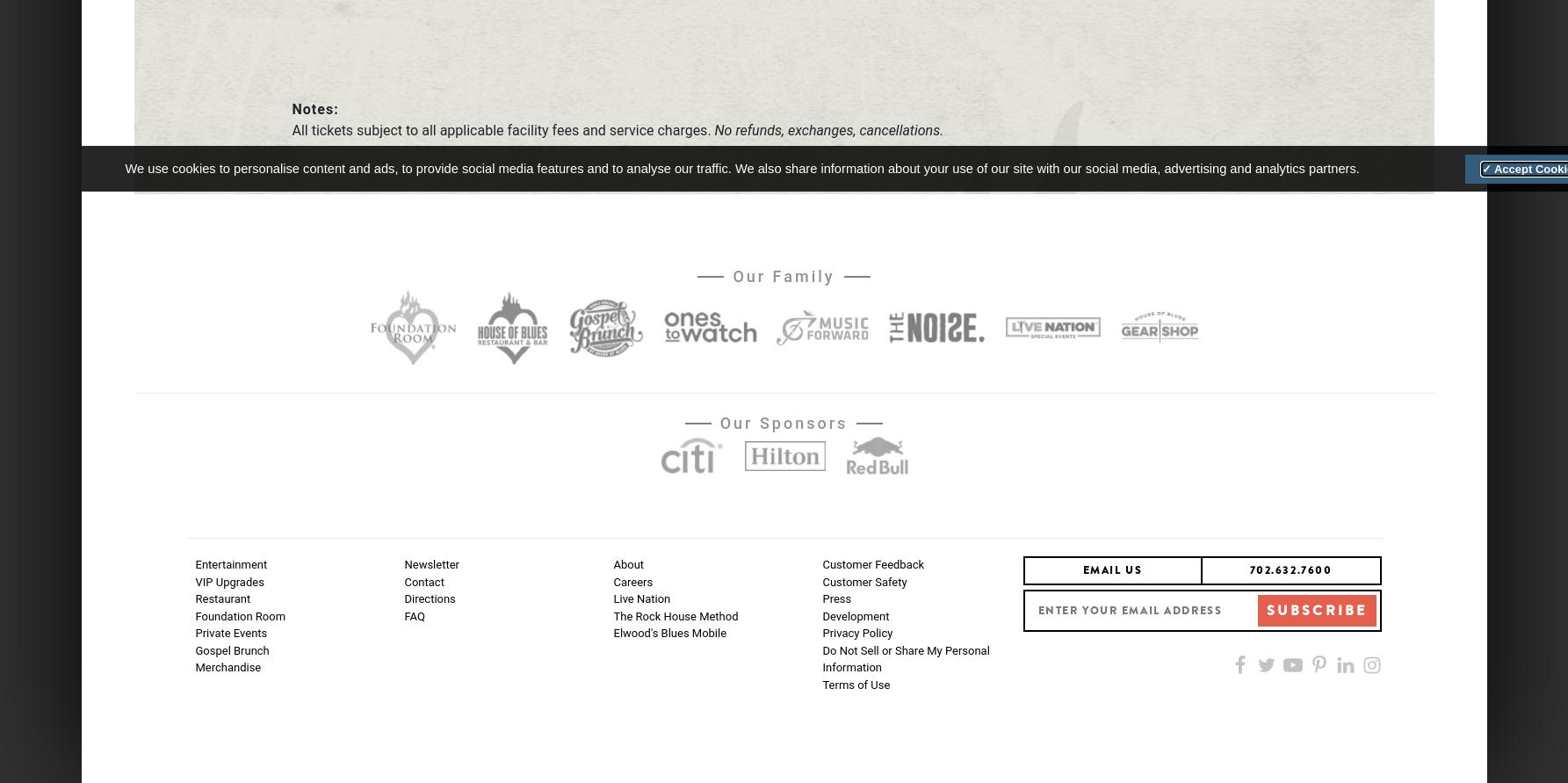 This screenshot has width=1568, height=783. I want to click on 'The Rock House Method', so click(611, 614).